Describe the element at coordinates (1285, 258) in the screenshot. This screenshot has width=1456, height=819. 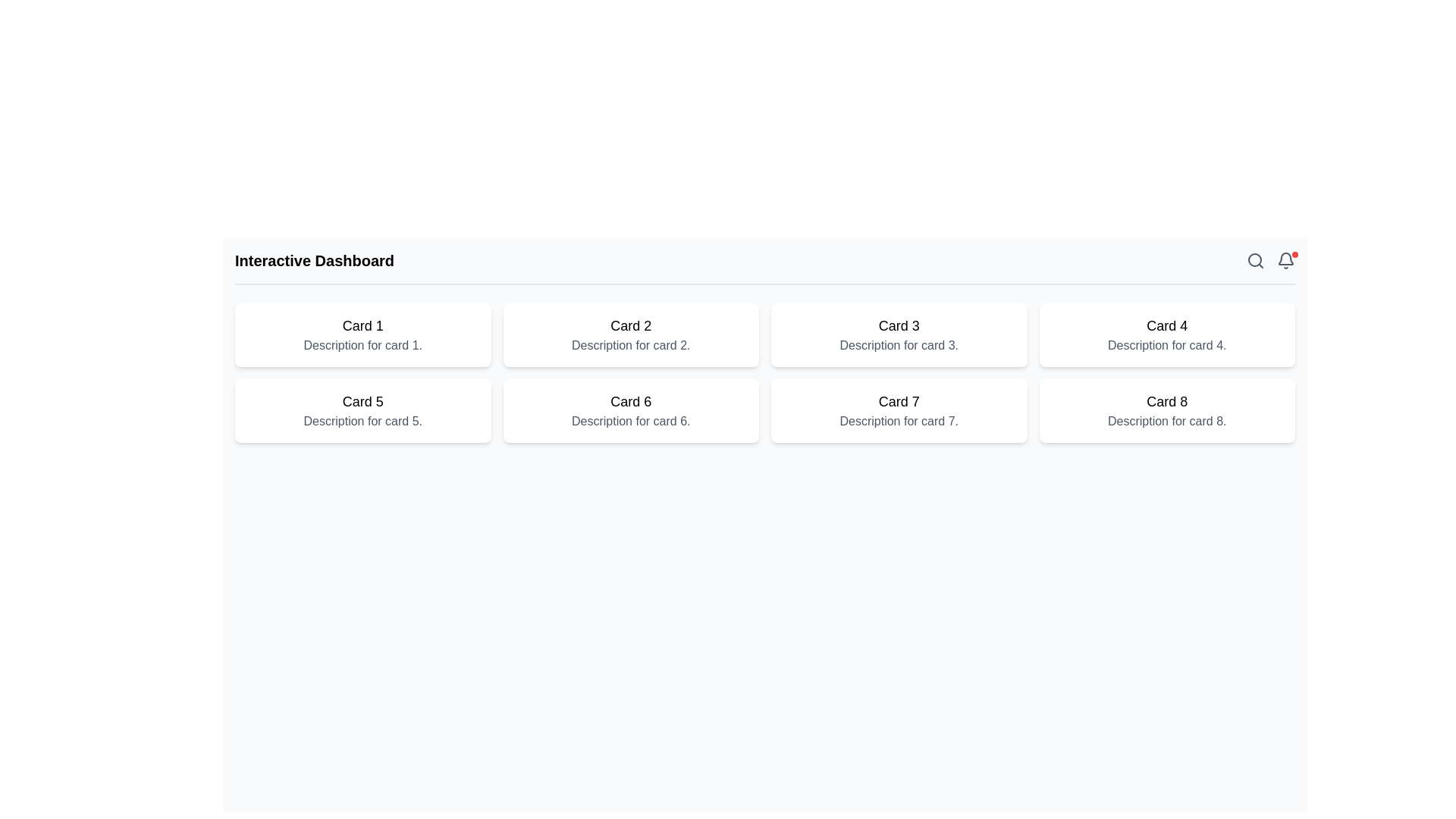
I see `the notification bell icon located at the upper-right corner of the interface` at that location.